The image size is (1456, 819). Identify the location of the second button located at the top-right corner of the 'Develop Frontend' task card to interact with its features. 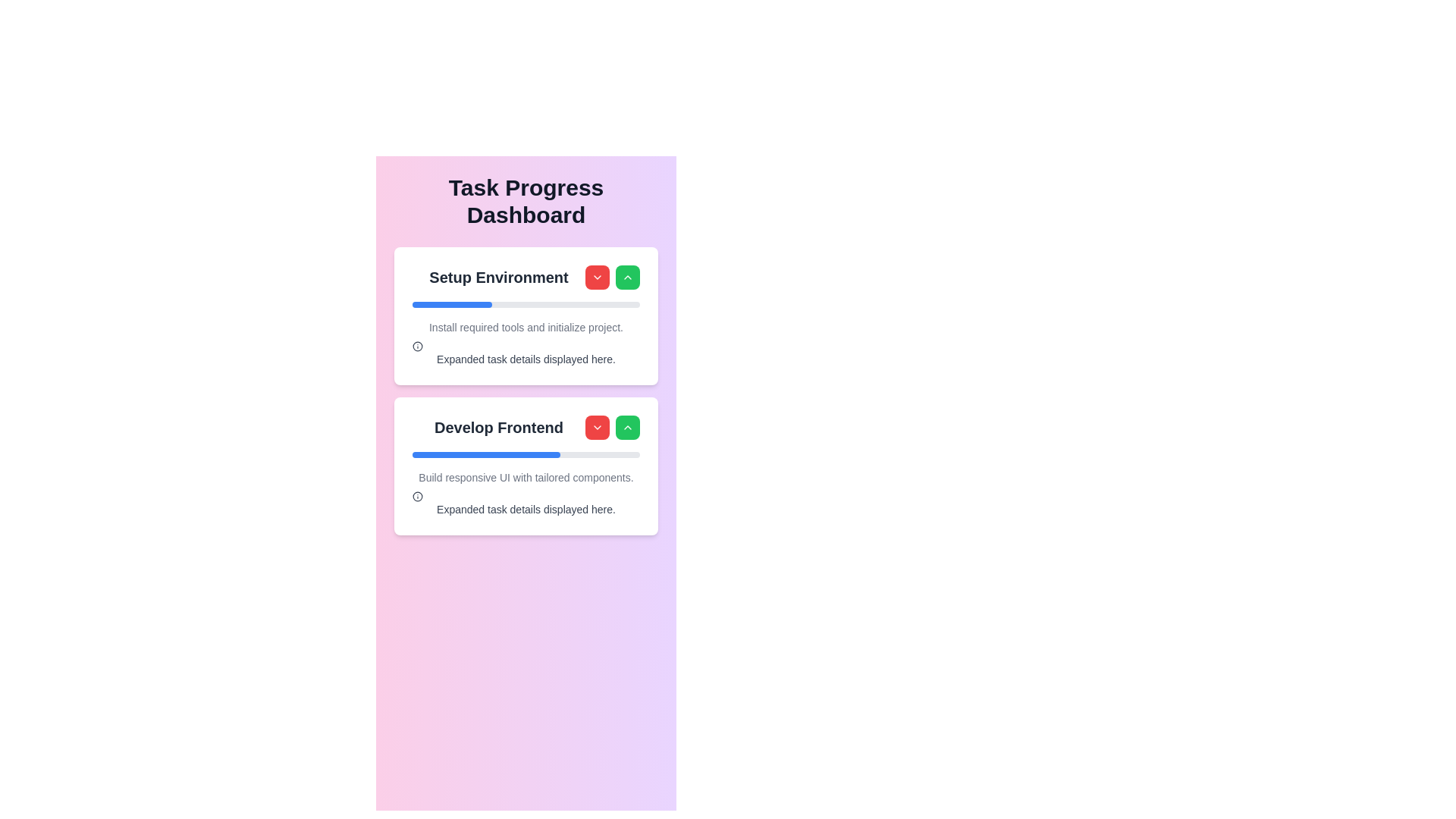
(628, 427).